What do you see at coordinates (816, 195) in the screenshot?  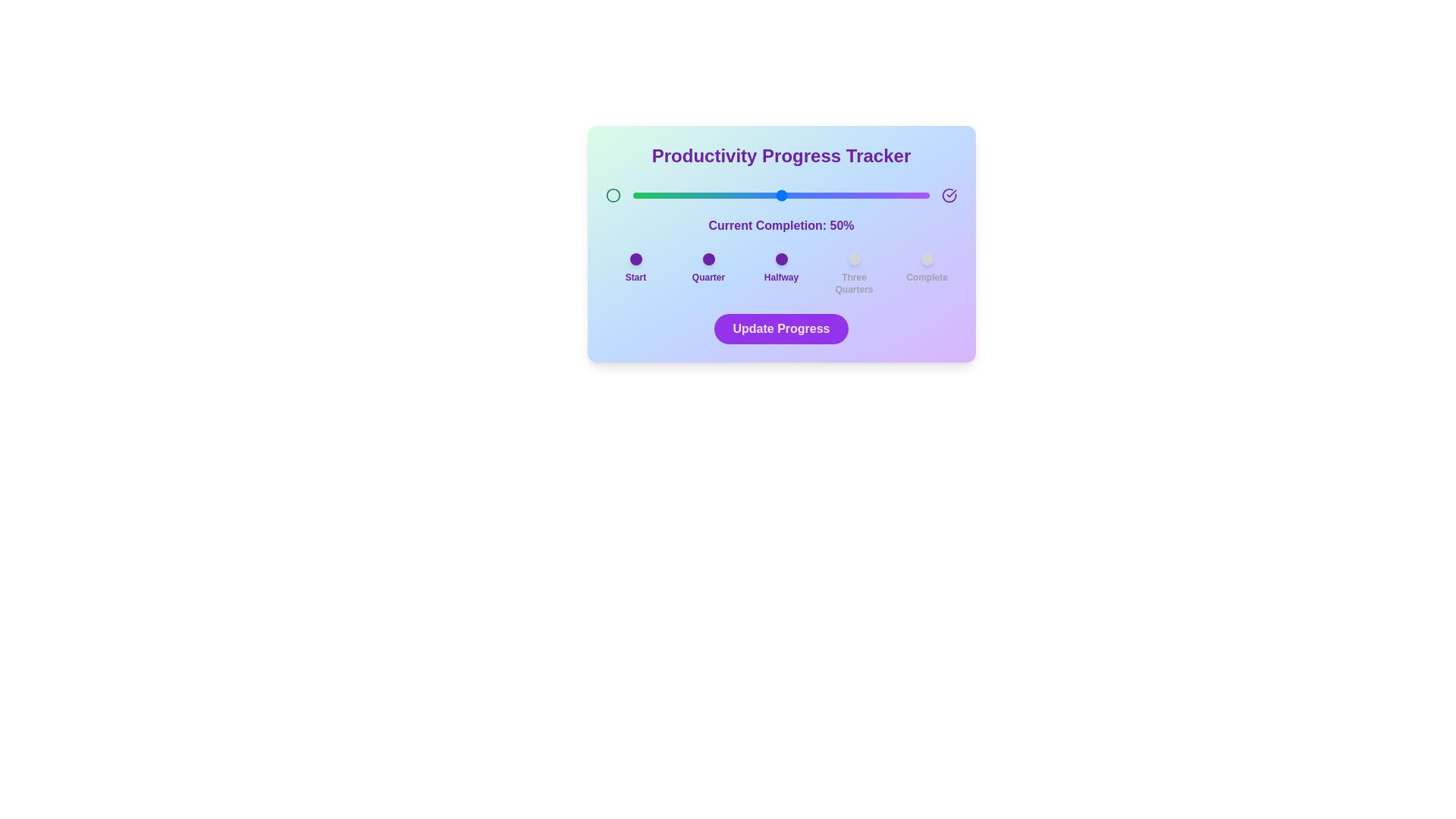 I see `the slider to set the completion percentage to 62` at bounding box center [816, 195].